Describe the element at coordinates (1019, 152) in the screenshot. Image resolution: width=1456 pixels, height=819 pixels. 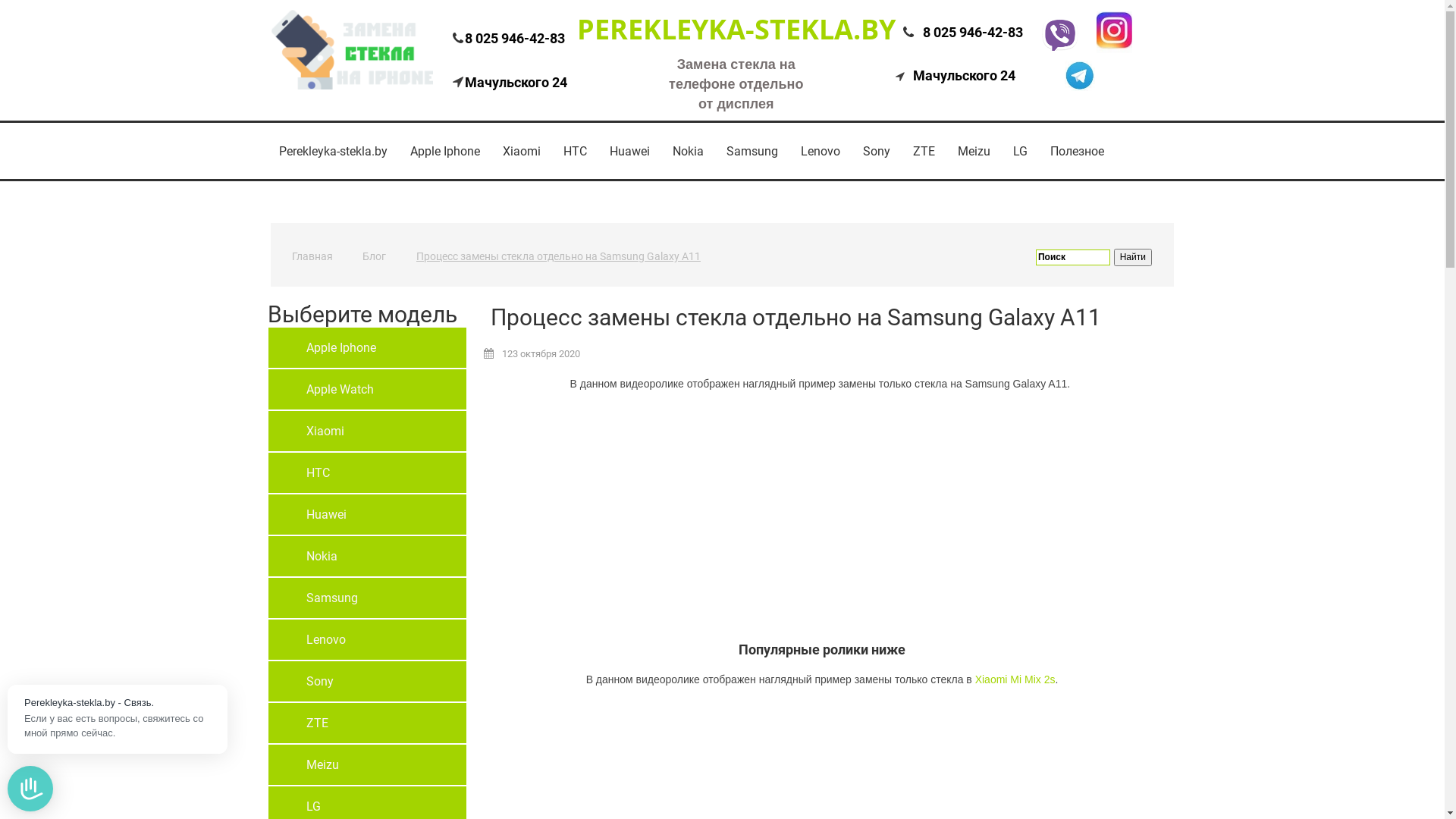
I see `'LG'` at that location.